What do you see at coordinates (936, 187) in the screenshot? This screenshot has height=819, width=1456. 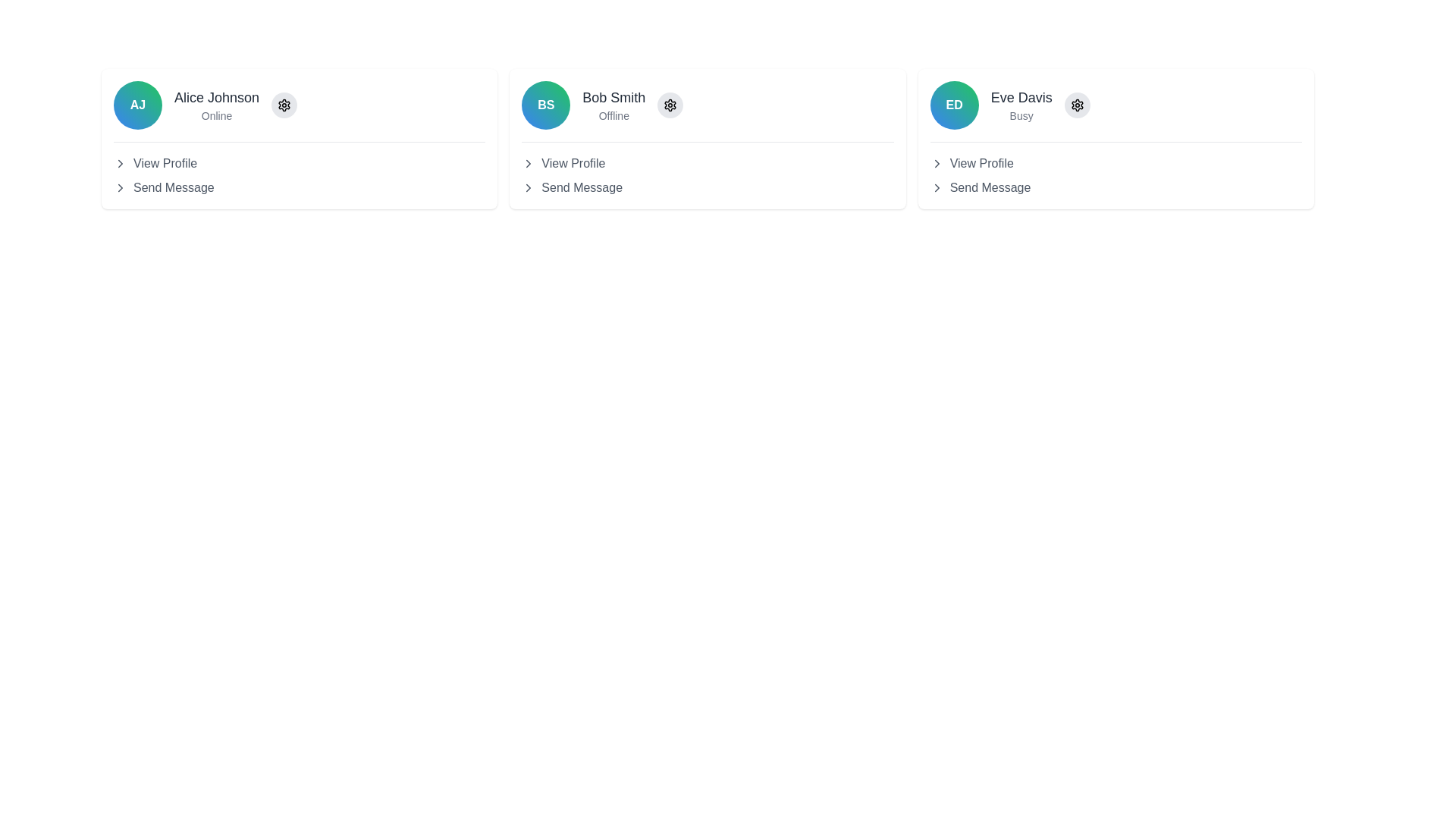 I see `the right-pointing chevron icon located within the 'Send Message' menu option associated with the user card of 'Eve Davis'` at bounding box center [936, 187].